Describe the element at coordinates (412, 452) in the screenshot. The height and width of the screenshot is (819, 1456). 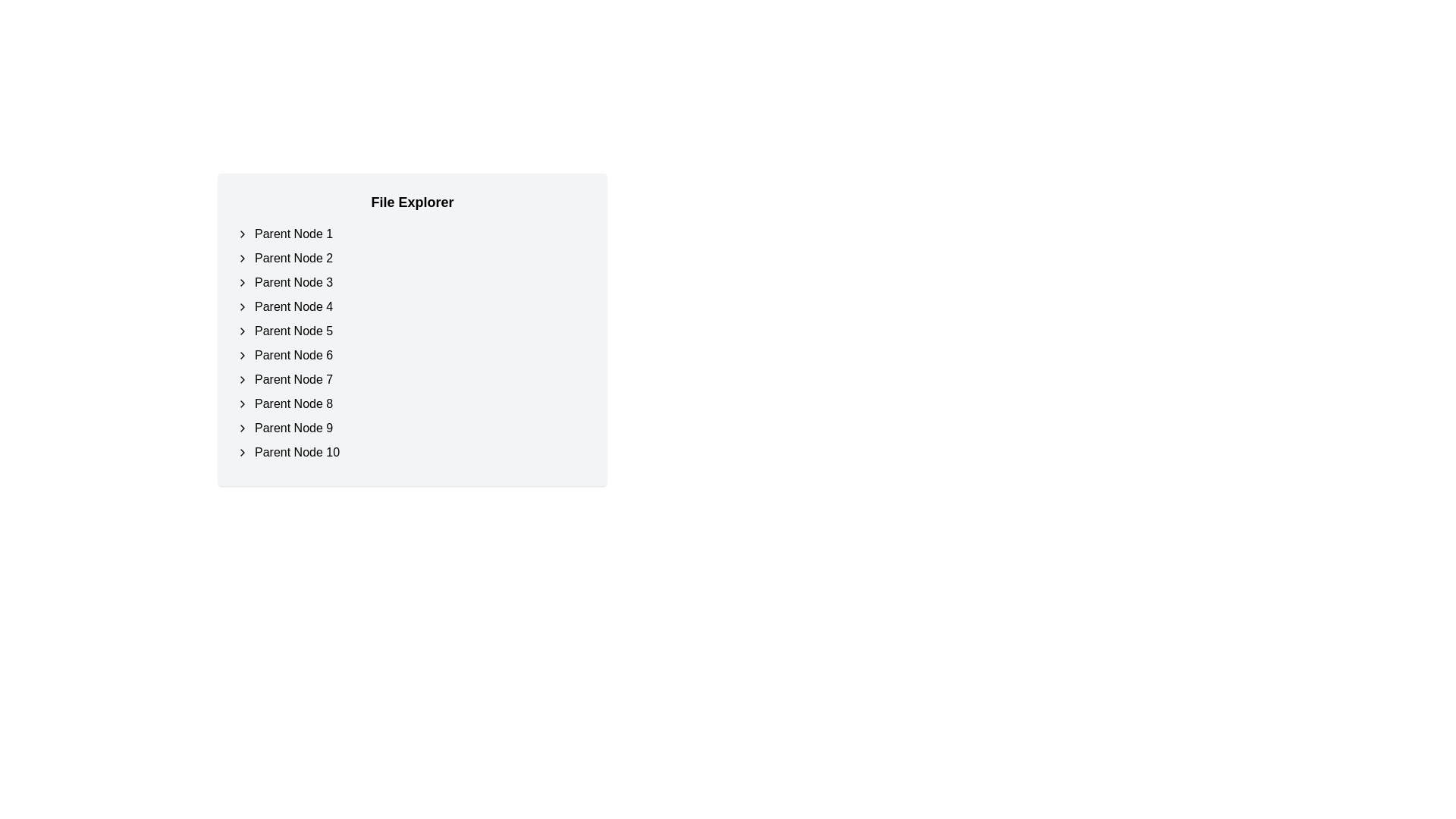
I see `the 10th item in the 'File Explorer' list` at that location.